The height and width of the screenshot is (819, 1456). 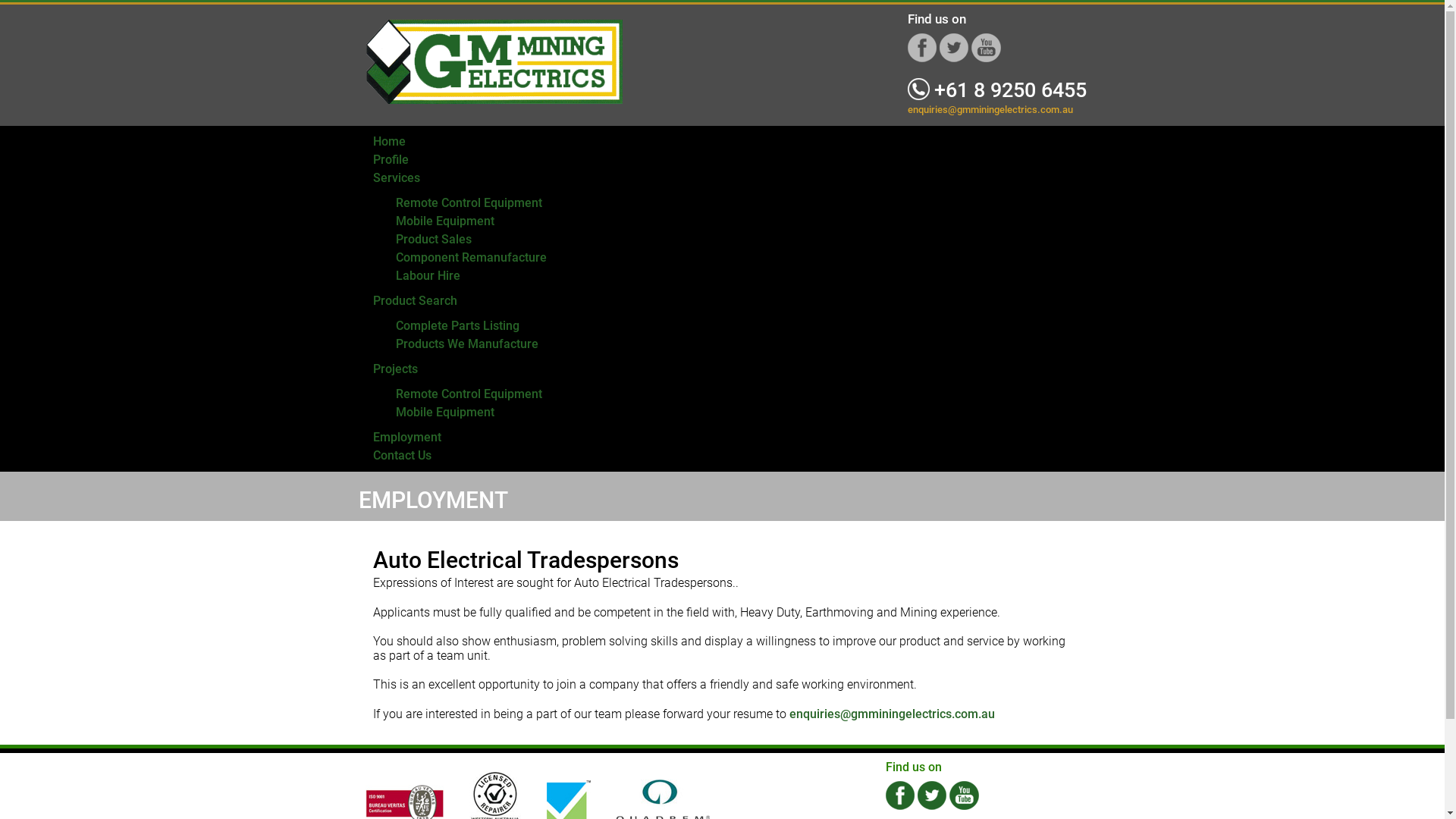 I want to click on 'Home', so click(x=389, y=141).